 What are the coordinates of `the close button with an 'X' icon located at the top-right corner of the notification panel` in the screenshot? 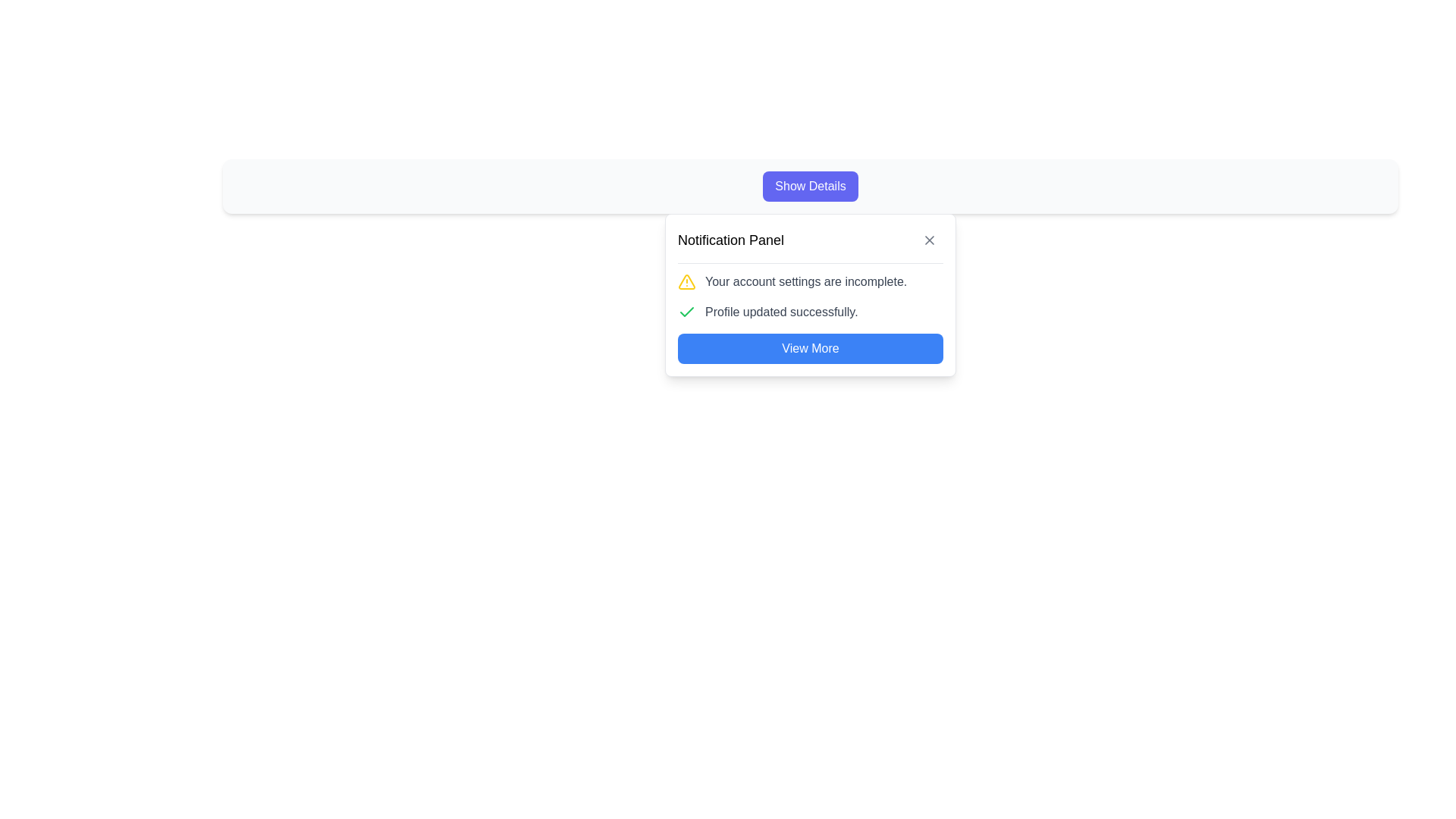 It's located at (928, 239).